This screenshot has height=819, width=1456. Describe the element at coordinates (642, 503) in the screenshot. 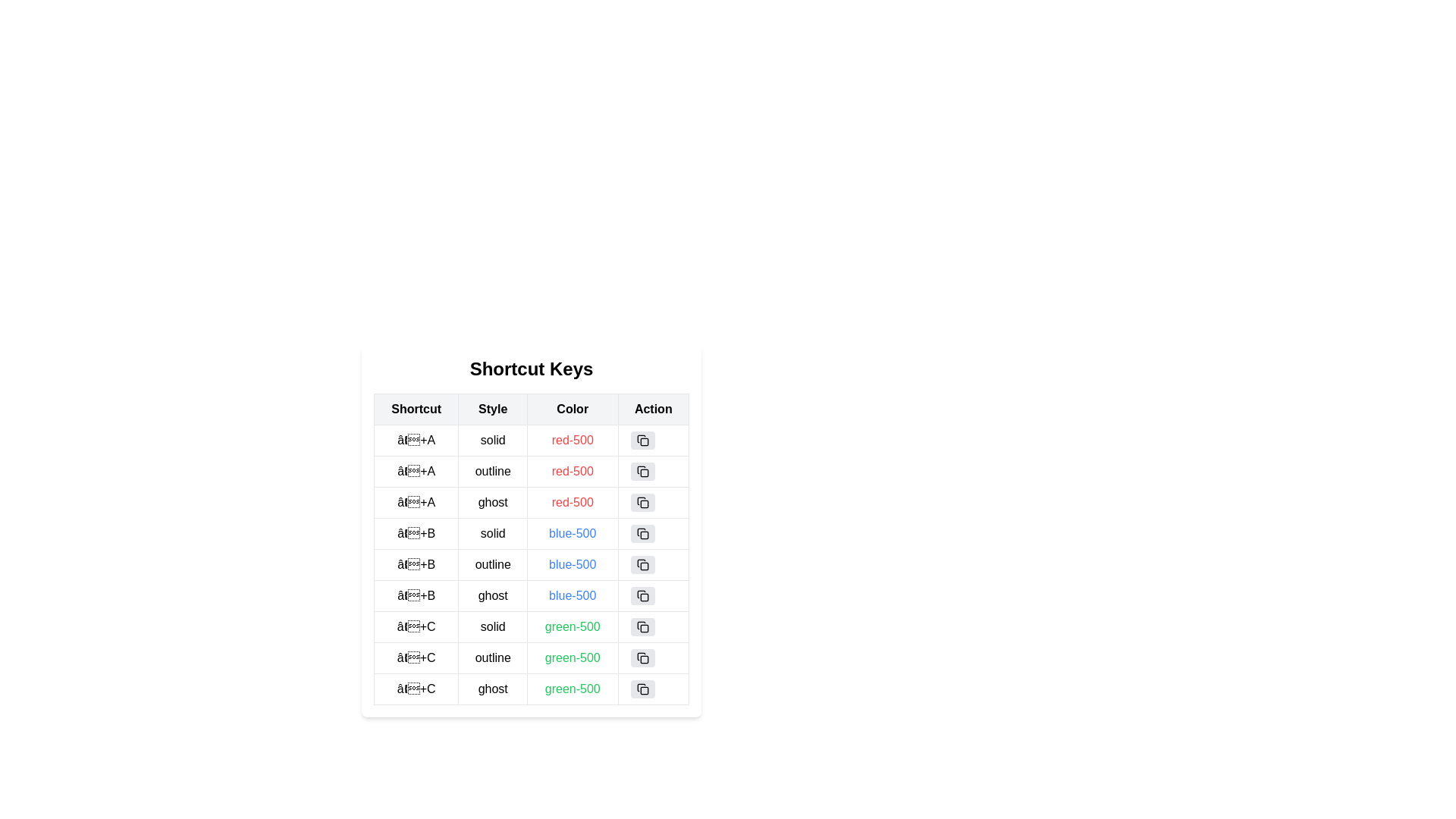

I see `the copy icon located in the 'Action' column of the 'ghost' style and 'red-500' color row, which is styled as a small button with rounded corners` at that location.